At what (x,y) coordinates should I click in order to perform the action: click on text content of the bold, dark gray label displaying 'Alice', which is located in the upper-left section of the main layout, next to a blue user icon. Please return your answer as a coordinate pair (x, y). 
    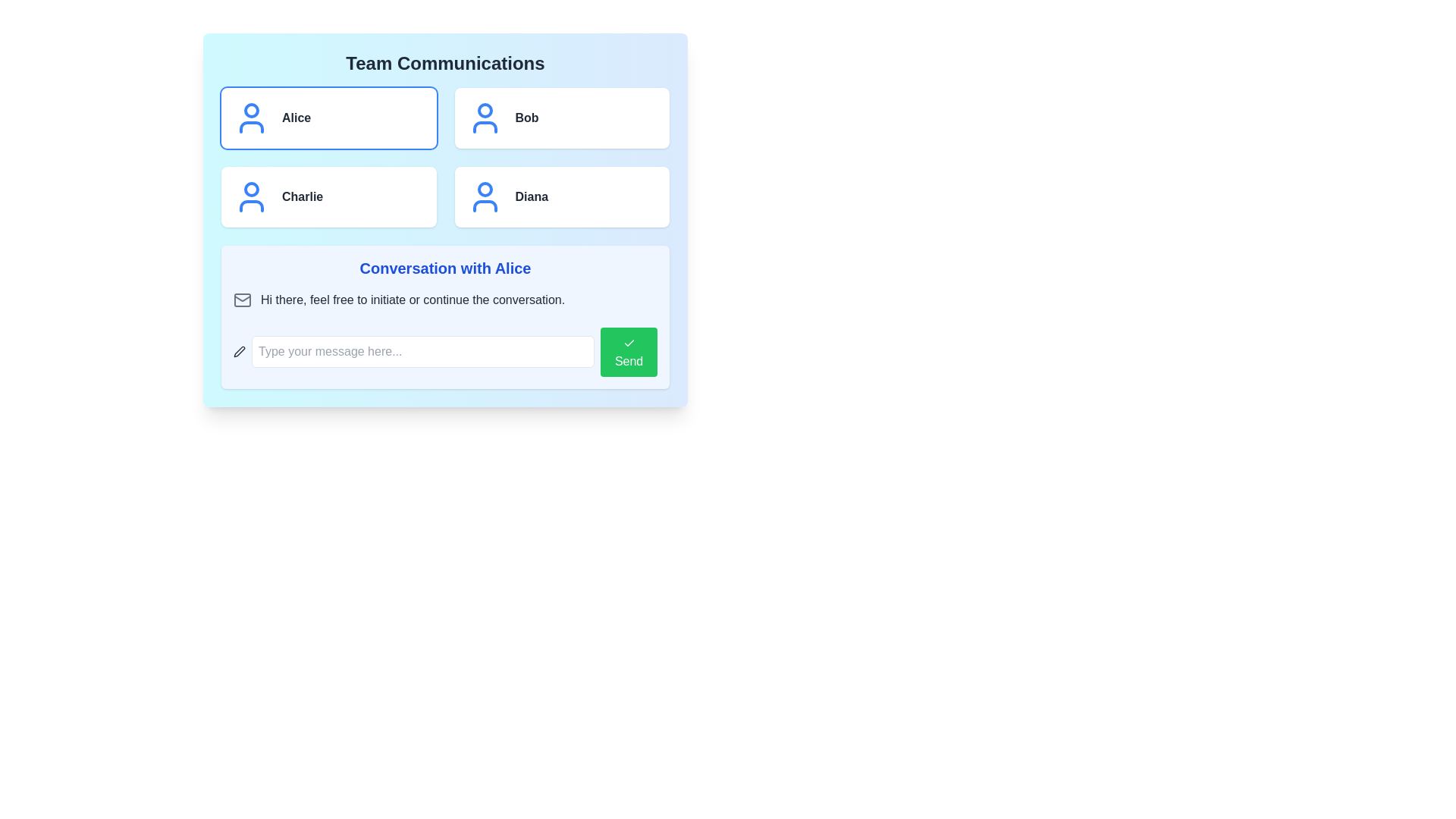
    Looking at the image, I should click on (297, 117).